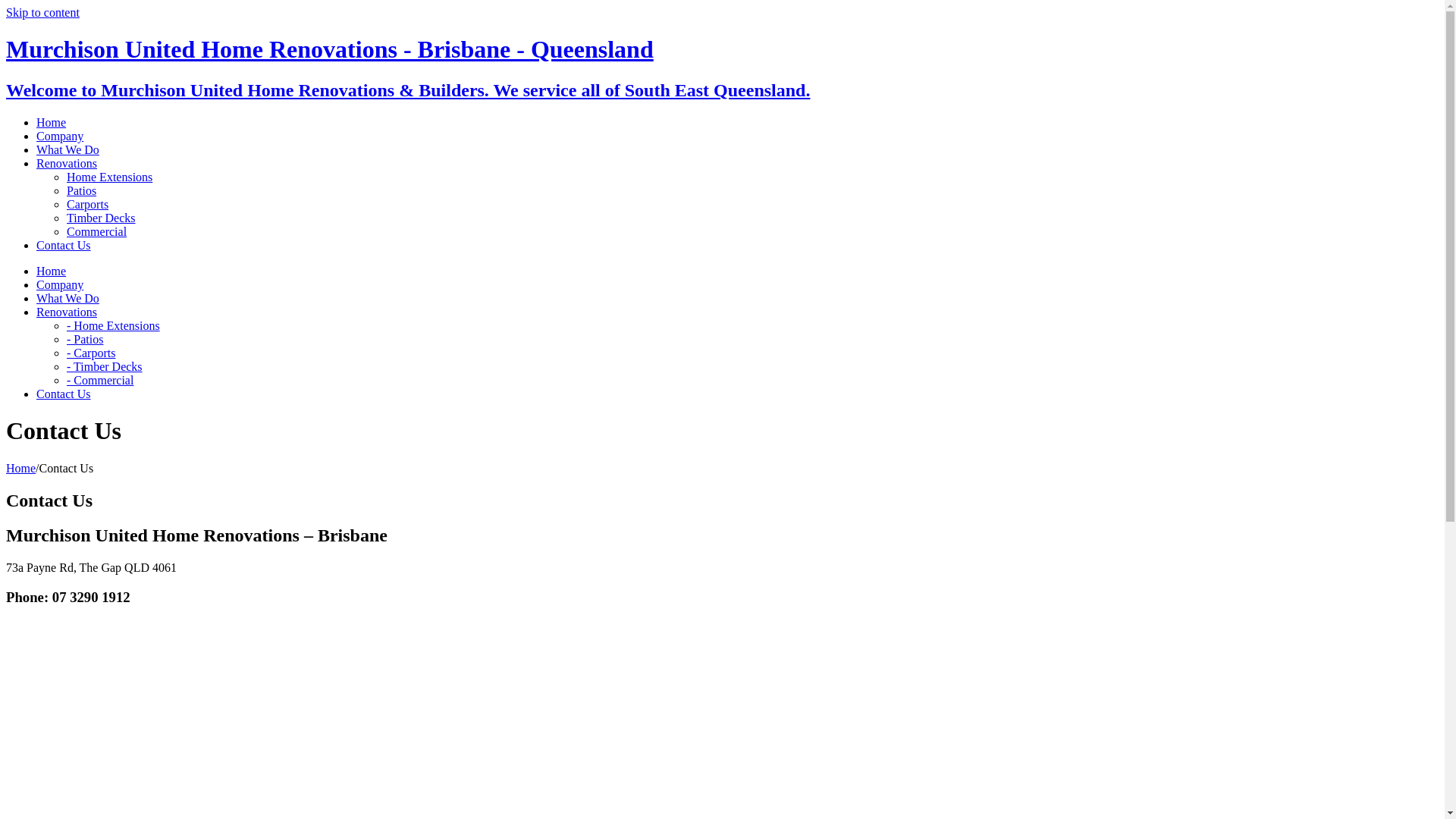 The height and width of the screenshot is (819, 1456). What do you see at coordinates (36, 121) in the screenshot?
I see `'Home'` at bounding box center [36, 121].